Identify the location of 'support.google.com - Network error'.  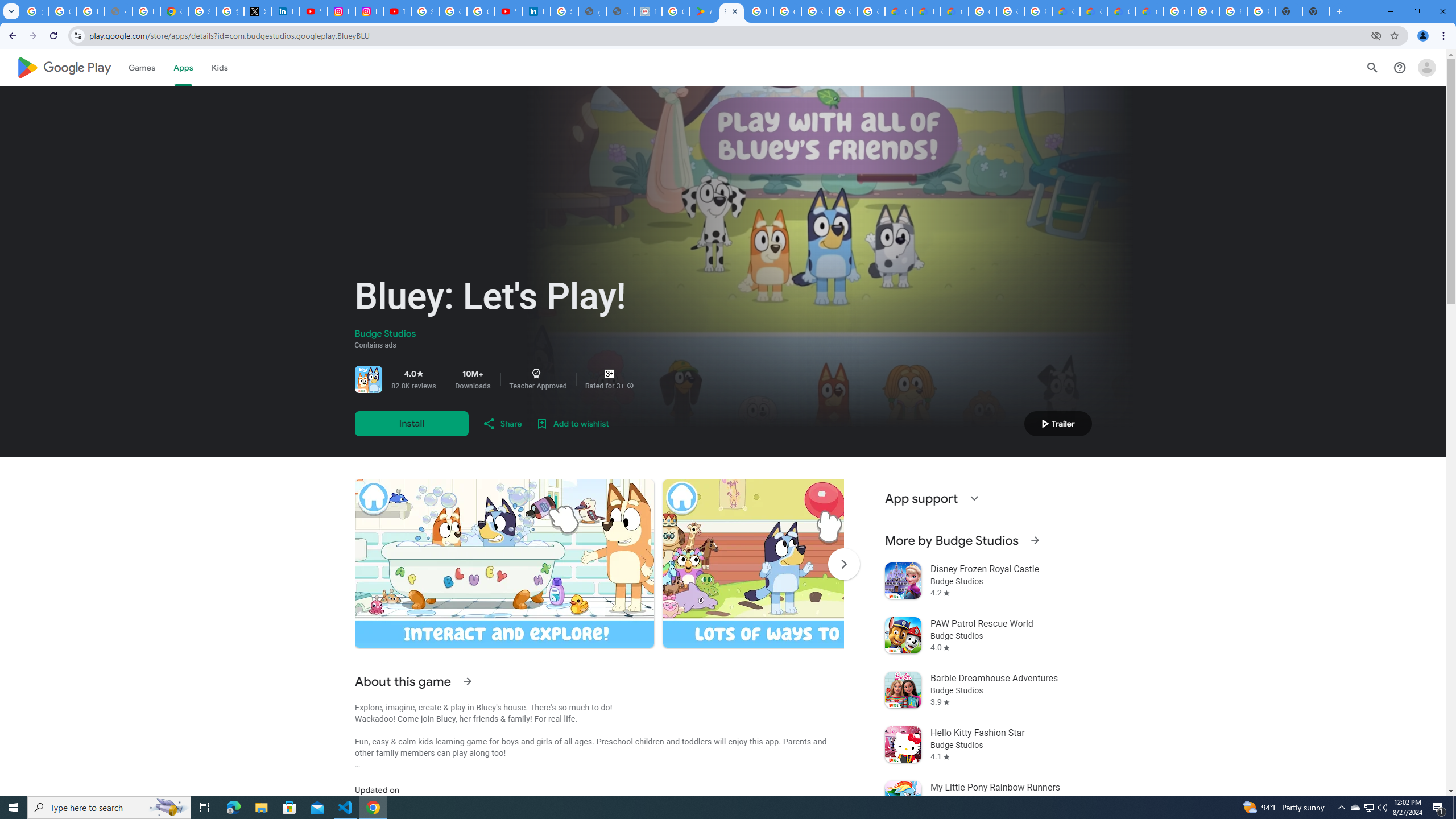
(118, 11).